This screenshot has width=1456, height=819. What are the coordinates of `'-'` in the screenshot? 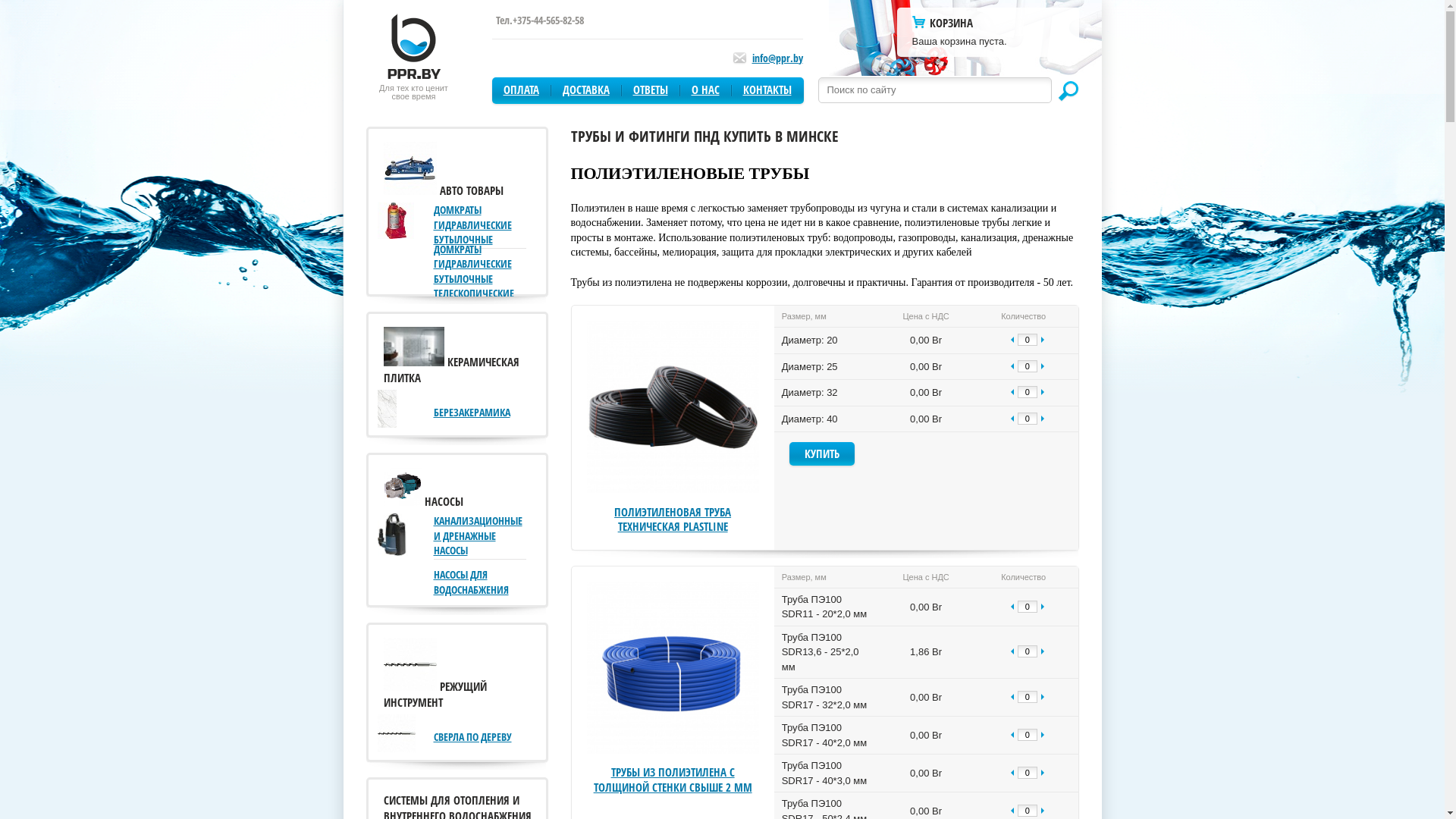 It's located at (1012, 773).